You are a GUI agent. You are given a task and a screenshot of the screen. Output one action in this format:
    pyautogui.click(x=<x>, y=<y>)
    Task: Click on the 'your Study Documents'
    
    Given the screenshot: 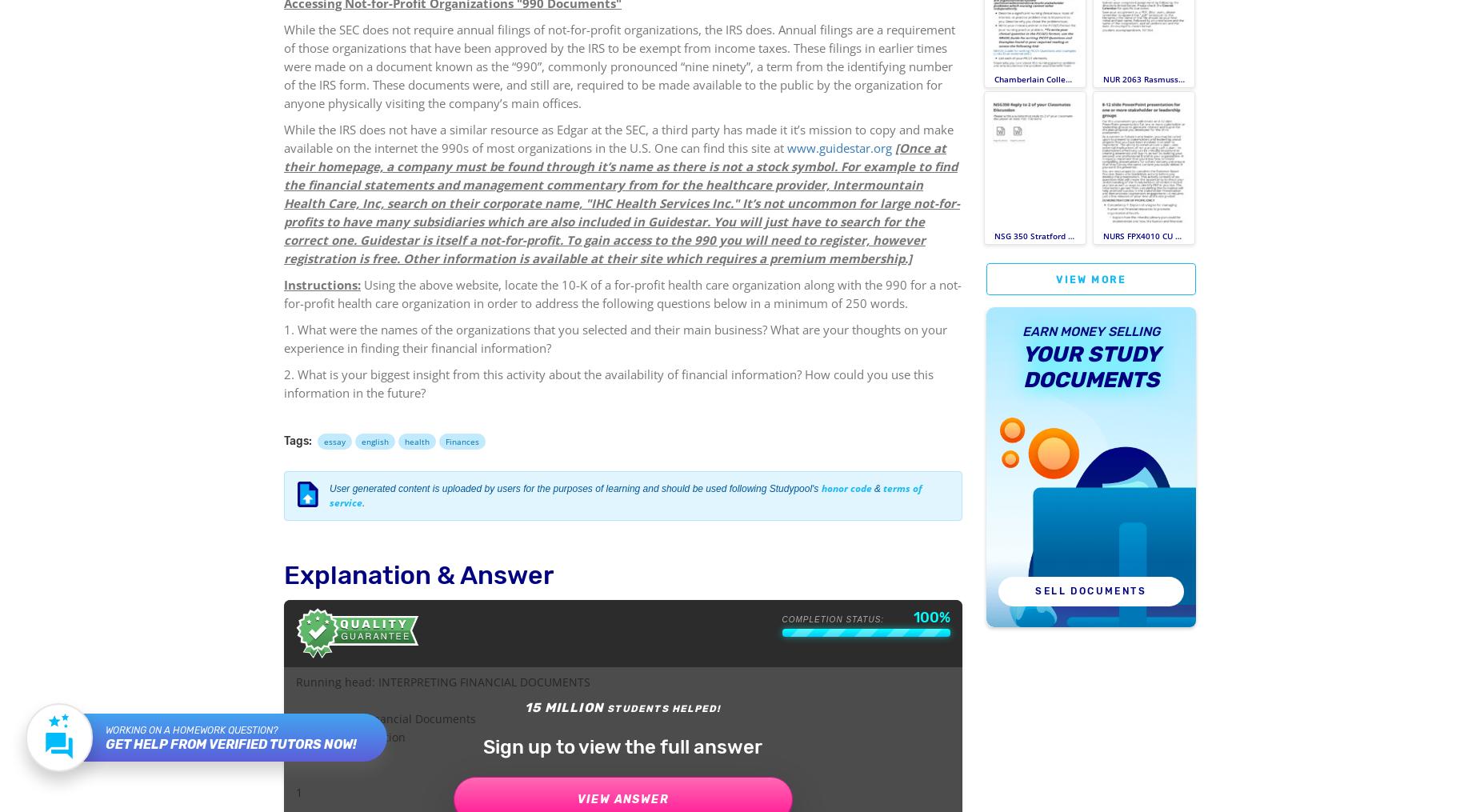 What is the action you would take?
    pyautogui.click(x=1090, y=366)
    